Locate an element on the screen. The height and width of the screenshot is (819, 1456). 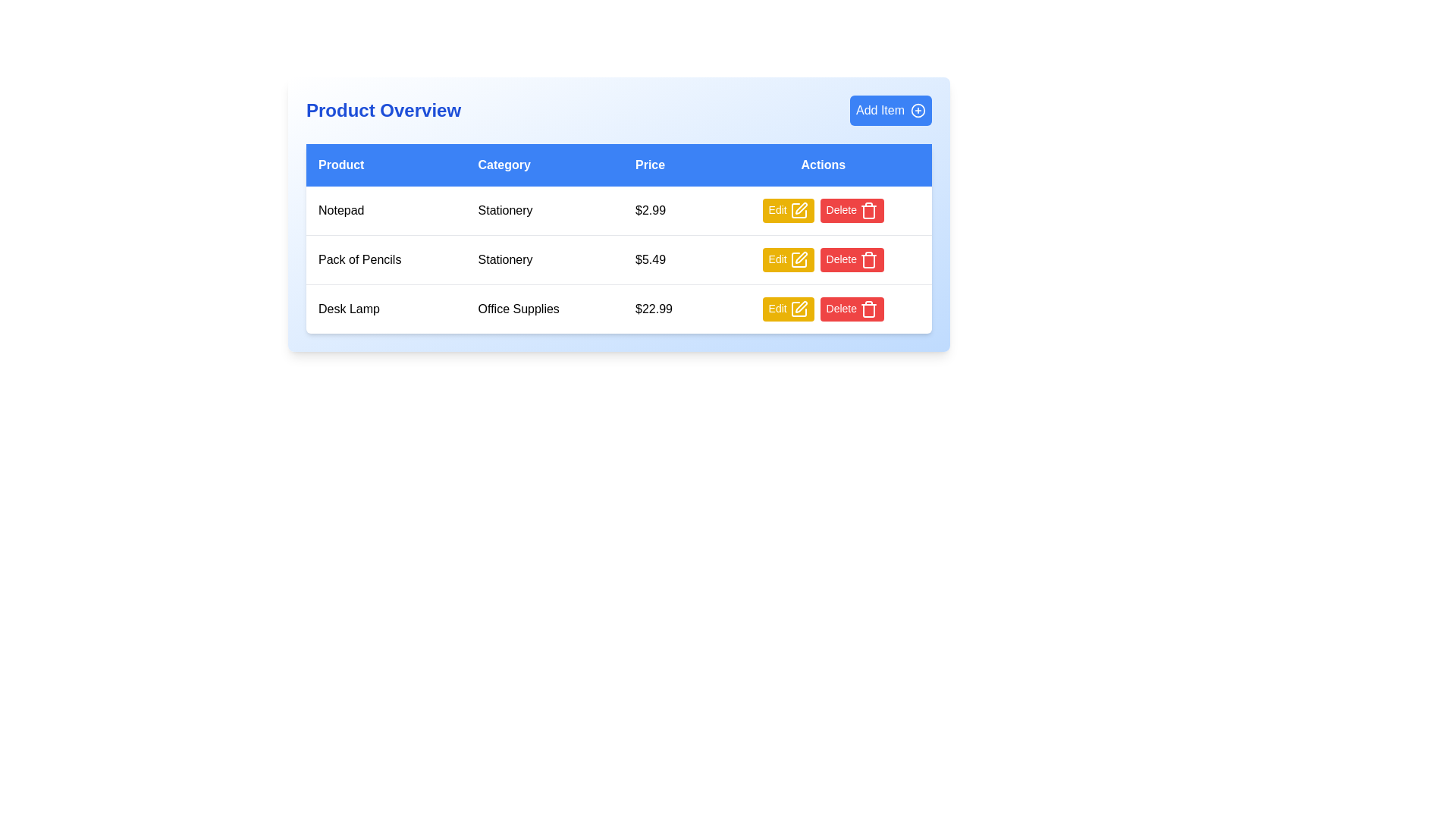
the 'Delete' icon located to the right of the 'Delete' button in the second row of the table is located at coordinates (868, 210).